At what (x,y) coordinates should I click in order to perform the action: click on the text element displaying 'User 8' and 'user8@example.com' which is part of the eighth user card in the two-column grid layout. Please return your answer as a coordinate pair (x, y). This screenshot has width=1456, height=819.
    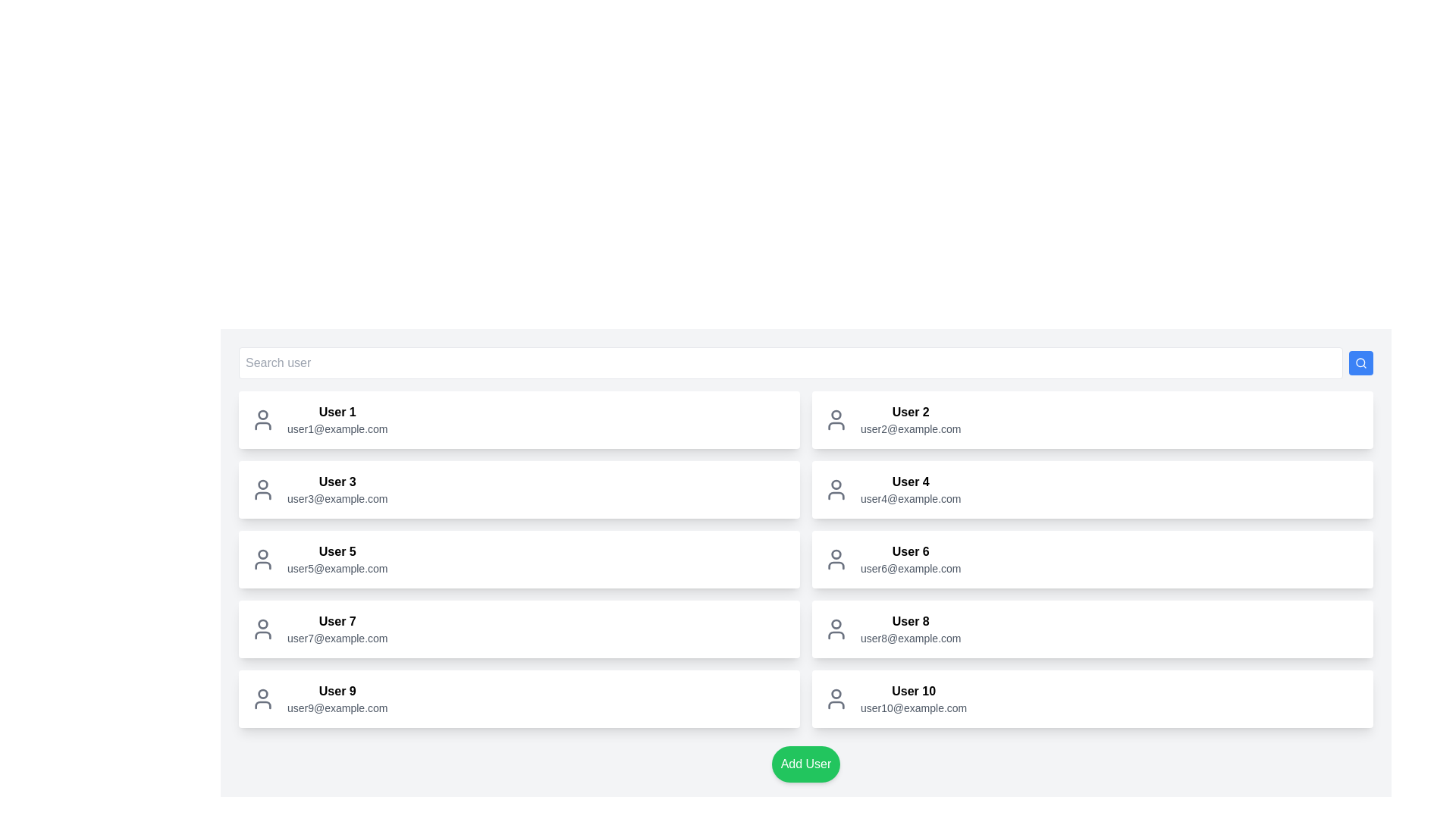
    Looking at the image, I should click on (910, 629).